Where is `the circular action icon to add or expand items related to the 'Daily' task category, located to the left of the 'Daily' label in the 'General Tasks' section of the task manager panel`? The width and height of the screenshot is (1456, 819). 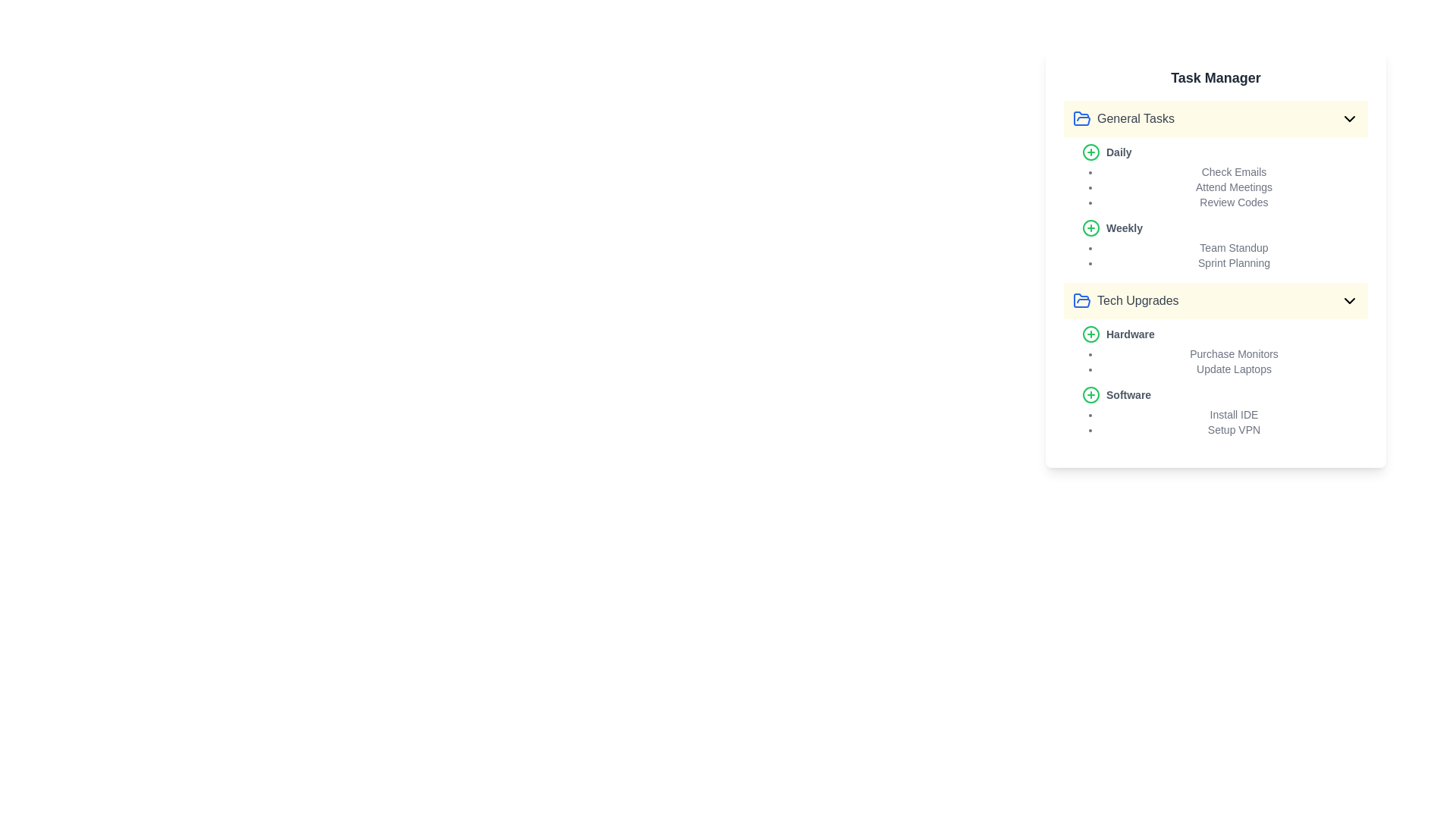
the circular action icon to add or expand items related to the 'Daily' task category, located to the left of the 'Daily' label in the 'General Tasks' section of the task manager panel is located at coordinates (1090, 333).